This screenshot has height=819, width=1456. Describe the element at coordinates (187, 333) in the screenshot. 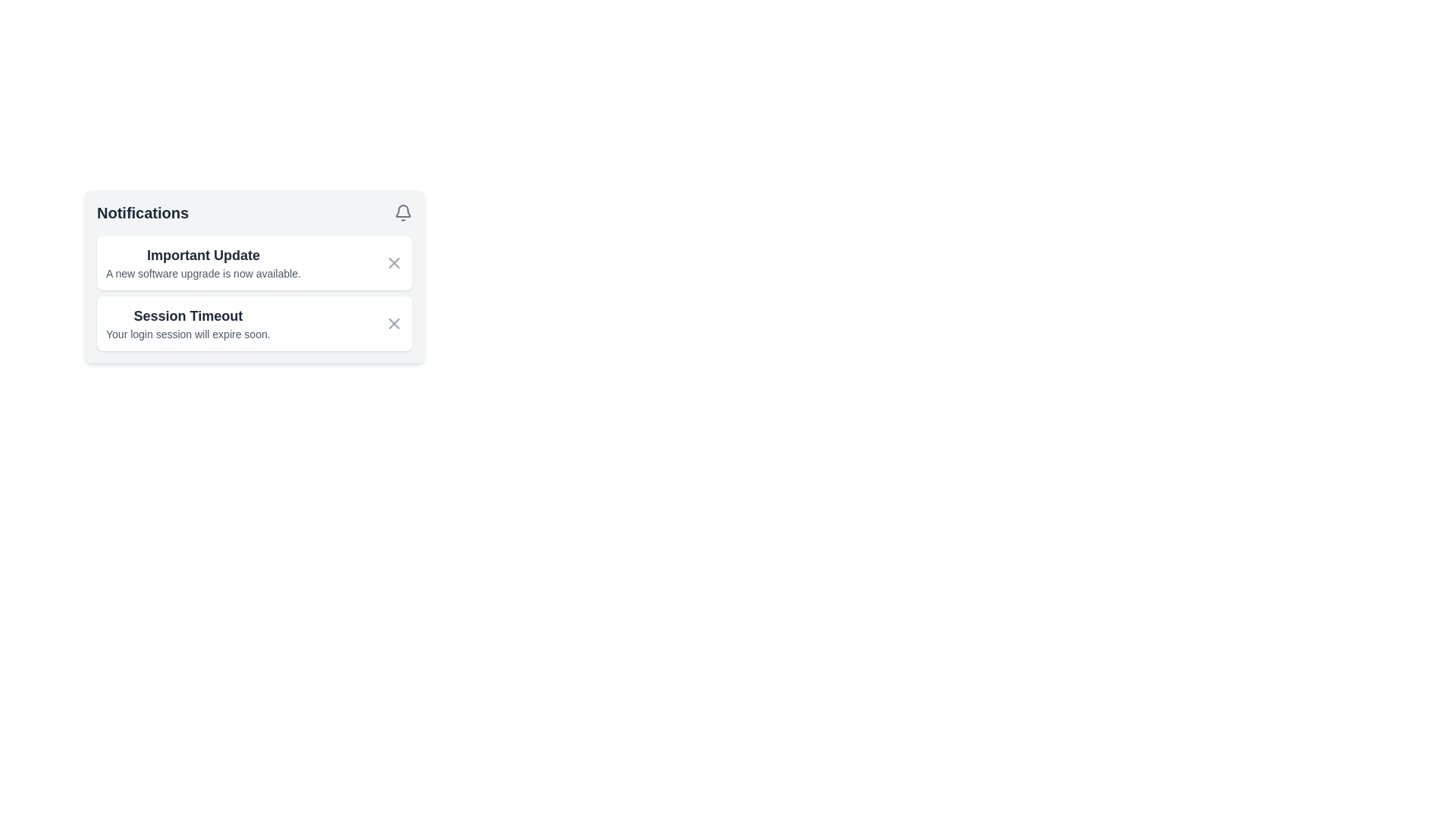

I see `the static text stating 'Your login session will expire soon.' which is styled with a small, gray font and located below the 'Session Timeout' header in the notification card` at that location.